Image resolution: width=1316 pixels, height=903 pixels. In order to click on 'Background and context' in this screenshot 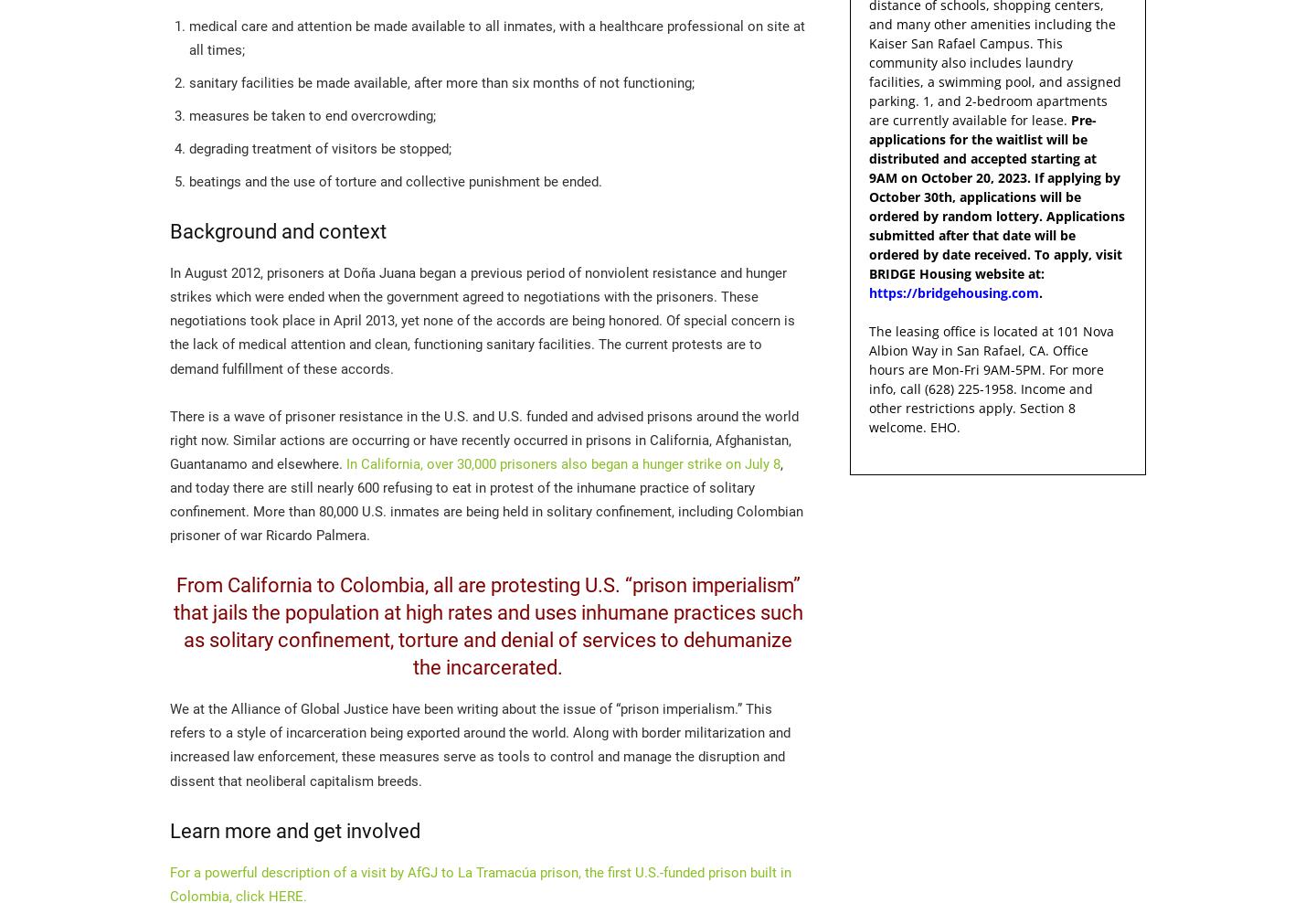, I will do `click(278, 230)`.